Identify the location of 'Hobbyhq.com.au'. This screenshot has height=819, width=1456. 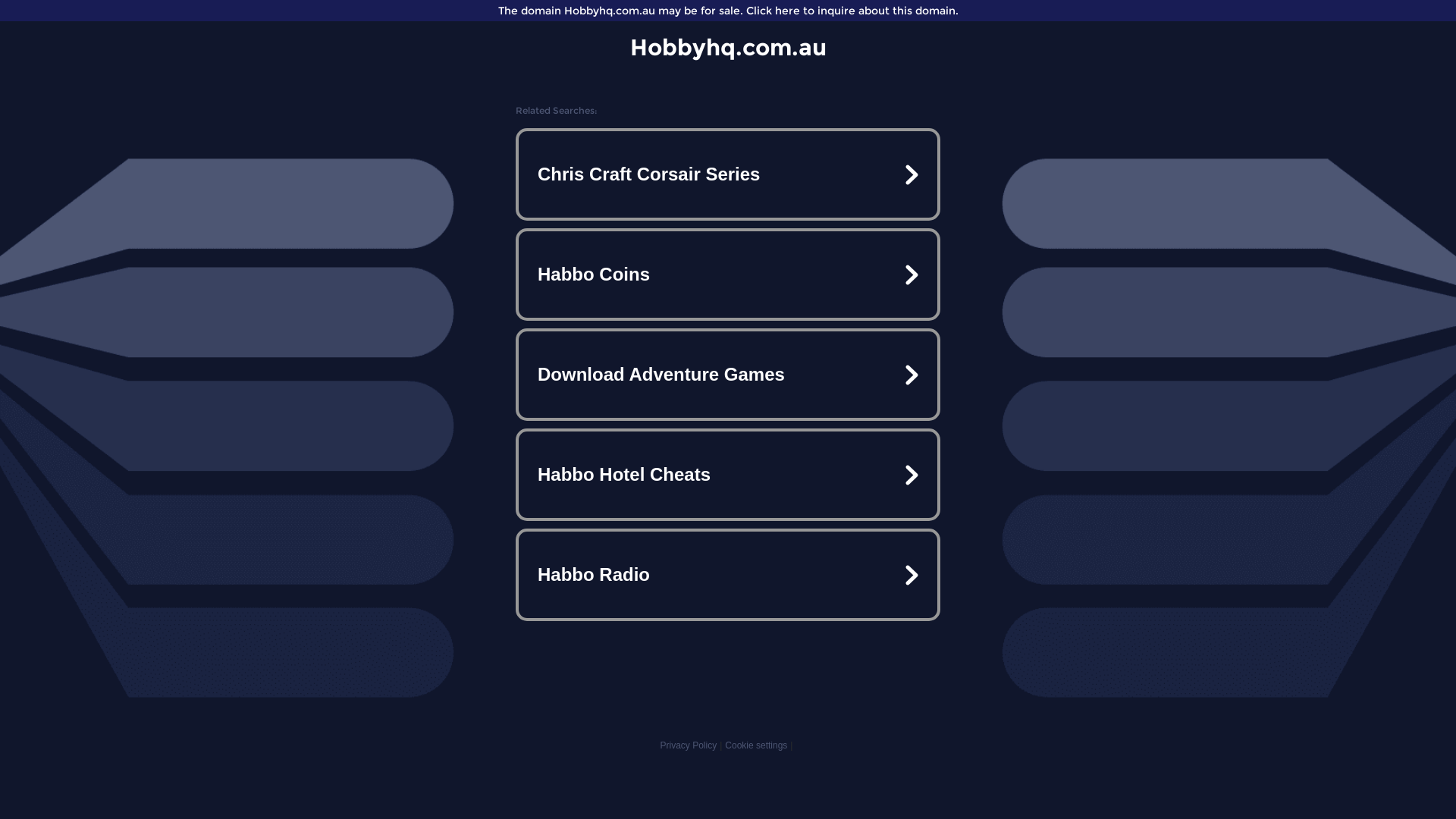
(726, 46).